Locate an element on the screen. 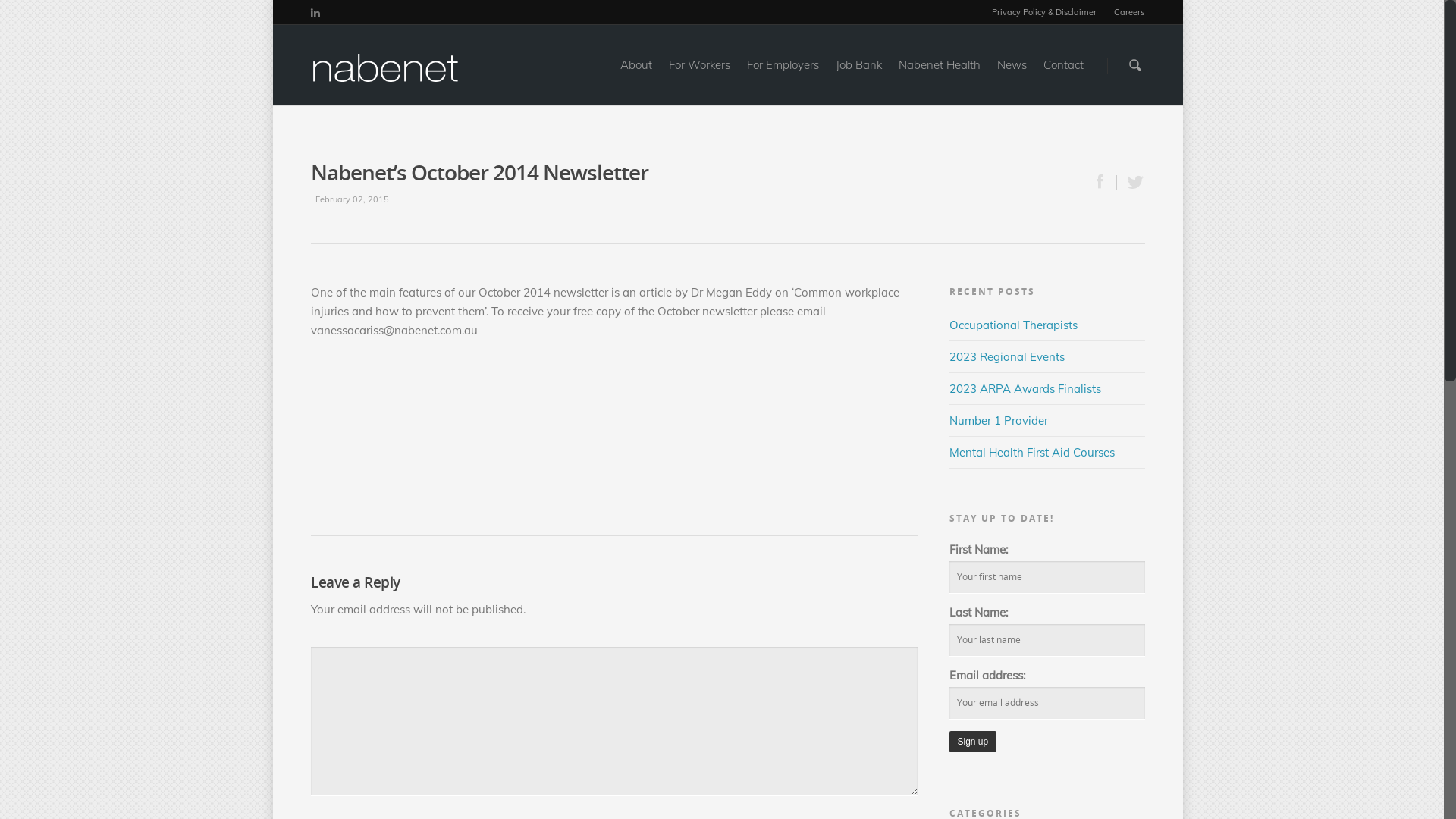  'For Employers' is located at coordinates (783, 76).